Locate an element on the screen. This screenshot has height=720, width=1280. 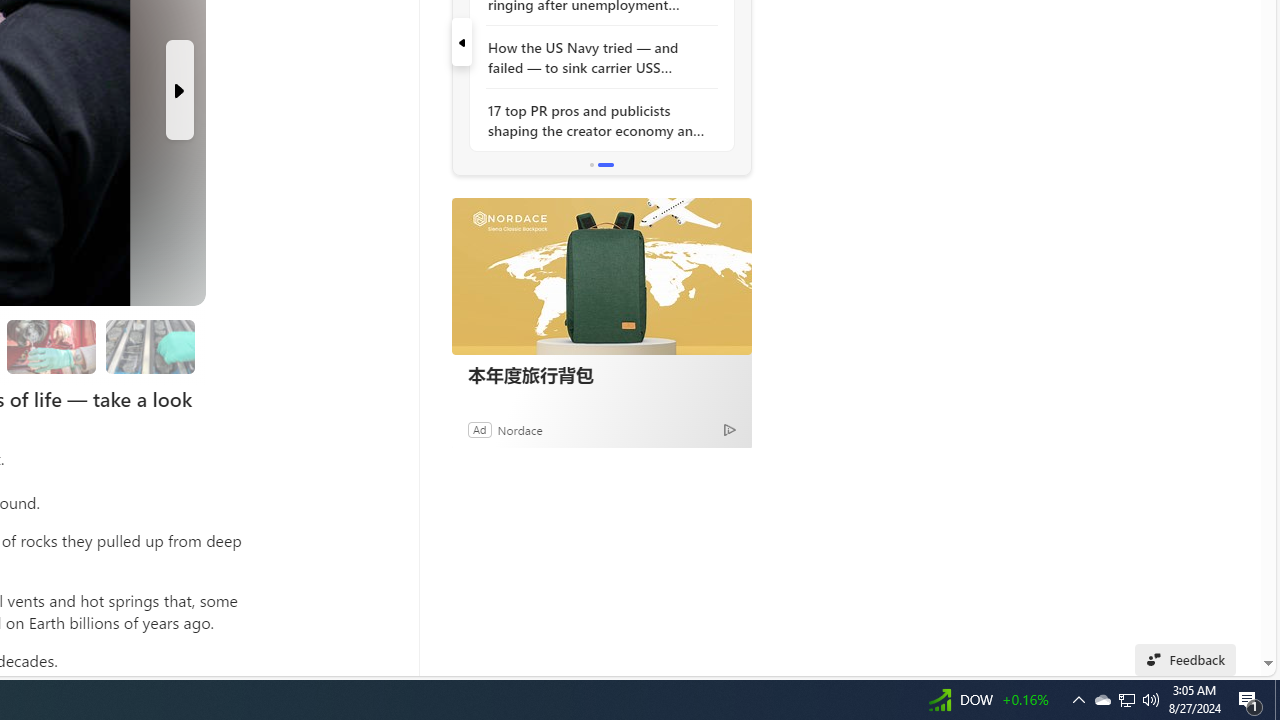
'Researchers are still studying the samples' is located at coordinates (148, 345).